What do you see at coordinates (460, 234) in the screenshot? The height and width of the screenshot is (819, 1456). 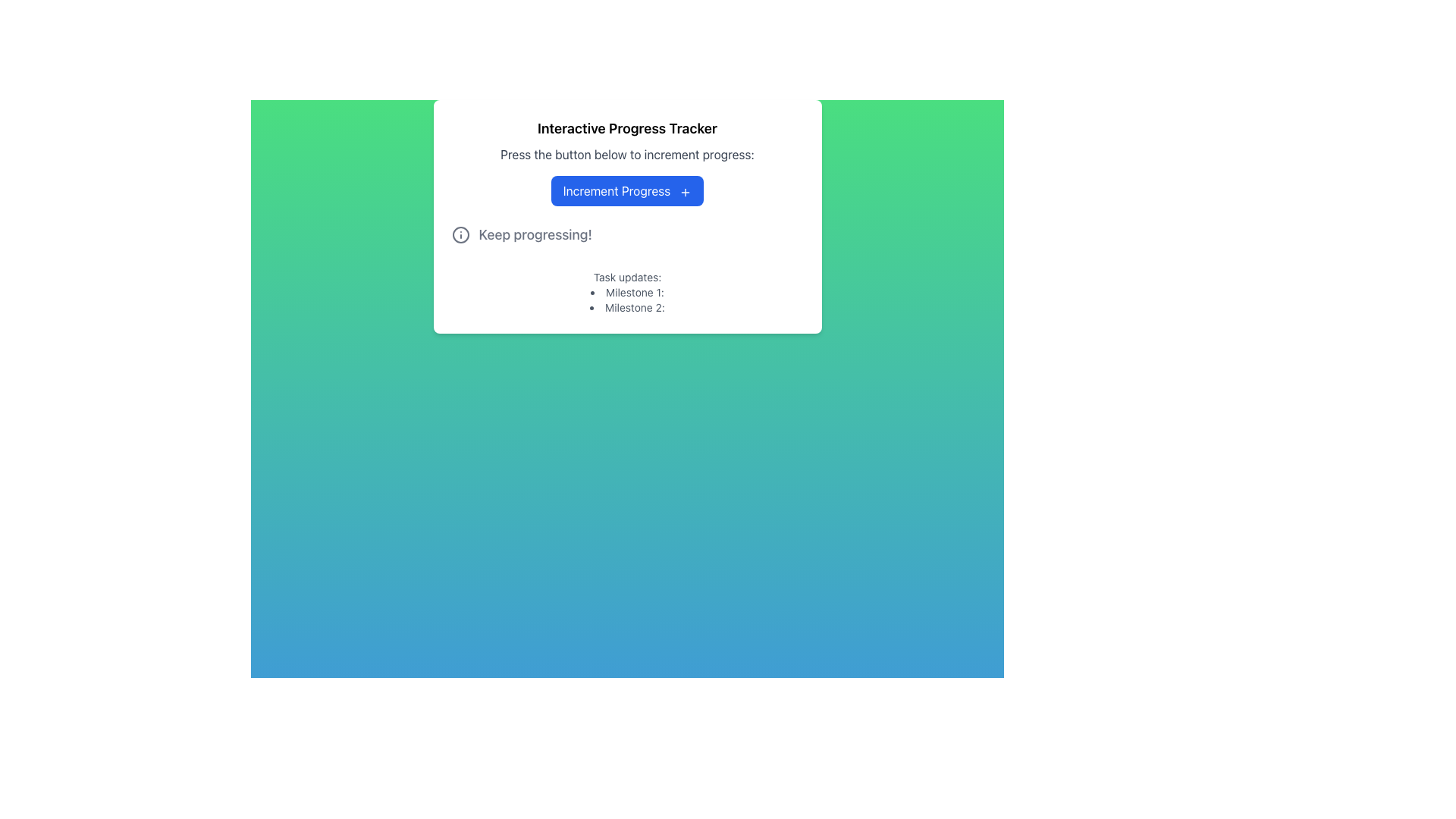 I see `the SVG Circle that is part of the informational icon located to the left of the text 'Keep progressing!'` at bounding box center [460, 234].